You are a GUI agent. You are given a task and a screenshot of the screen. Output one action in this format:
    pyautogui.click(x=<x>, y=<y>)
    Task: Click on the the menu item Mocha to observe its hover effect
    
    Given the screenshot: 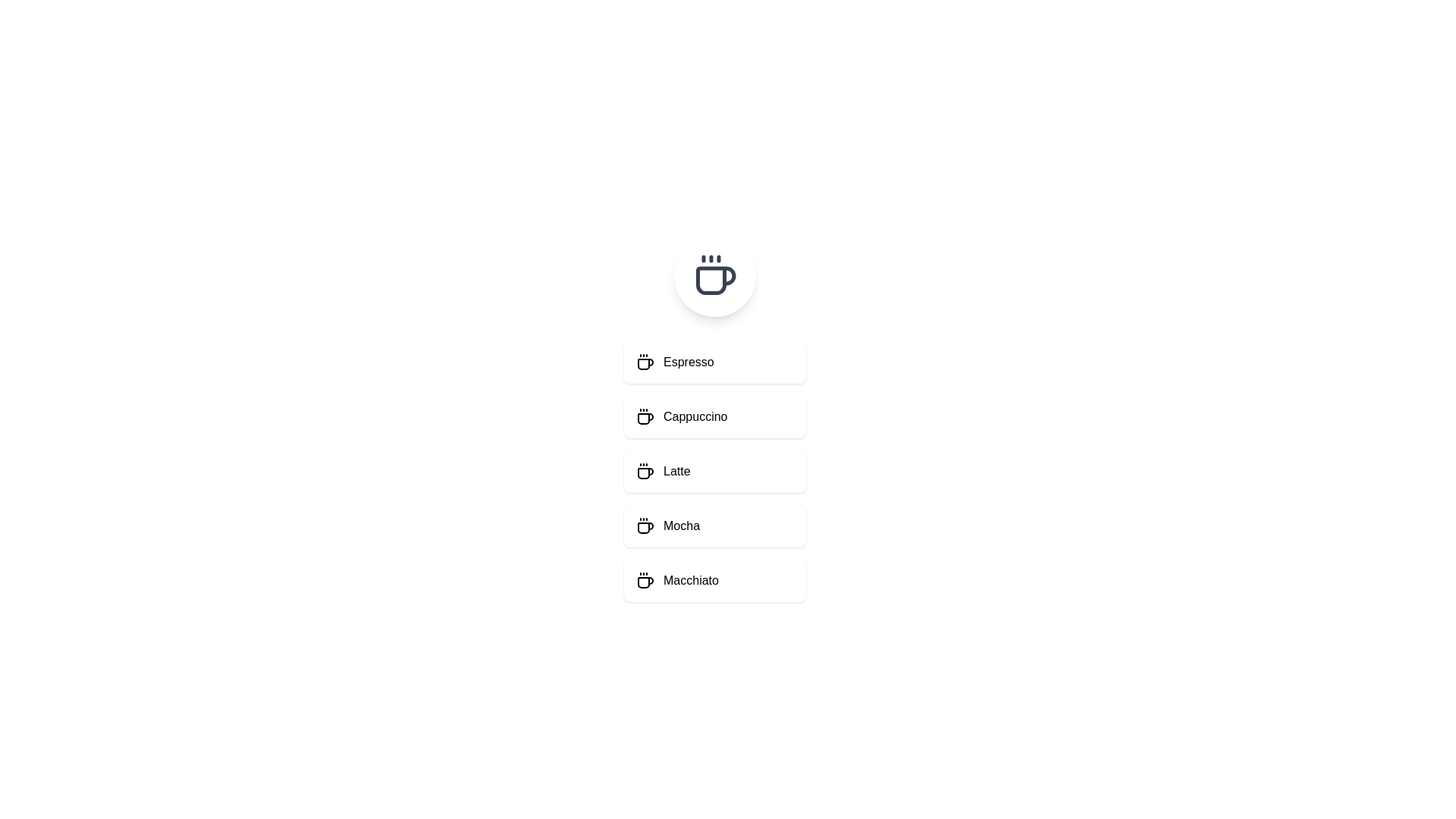 What is the action you would take?
    pyautogui.click(x=714, y=526)
    